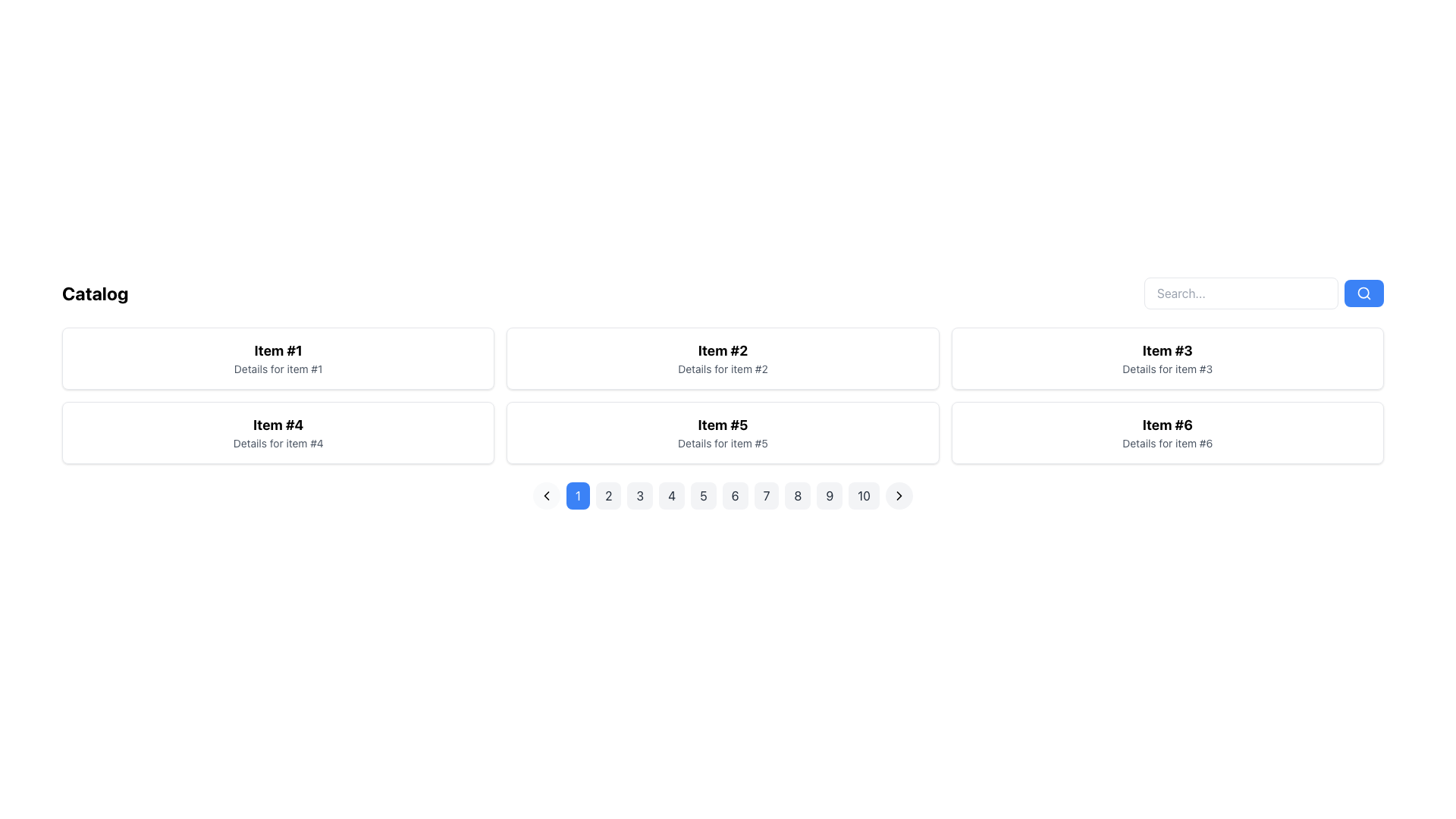 The height and width of the screenshot is (819, 1456). Describe the element at coordinates (722, 425) in the screenshot. I see `the static text element that serves as the title for the card labeled 'Item #5Details for item #5', positioned at the center of the card above the descriptive text` at that location.